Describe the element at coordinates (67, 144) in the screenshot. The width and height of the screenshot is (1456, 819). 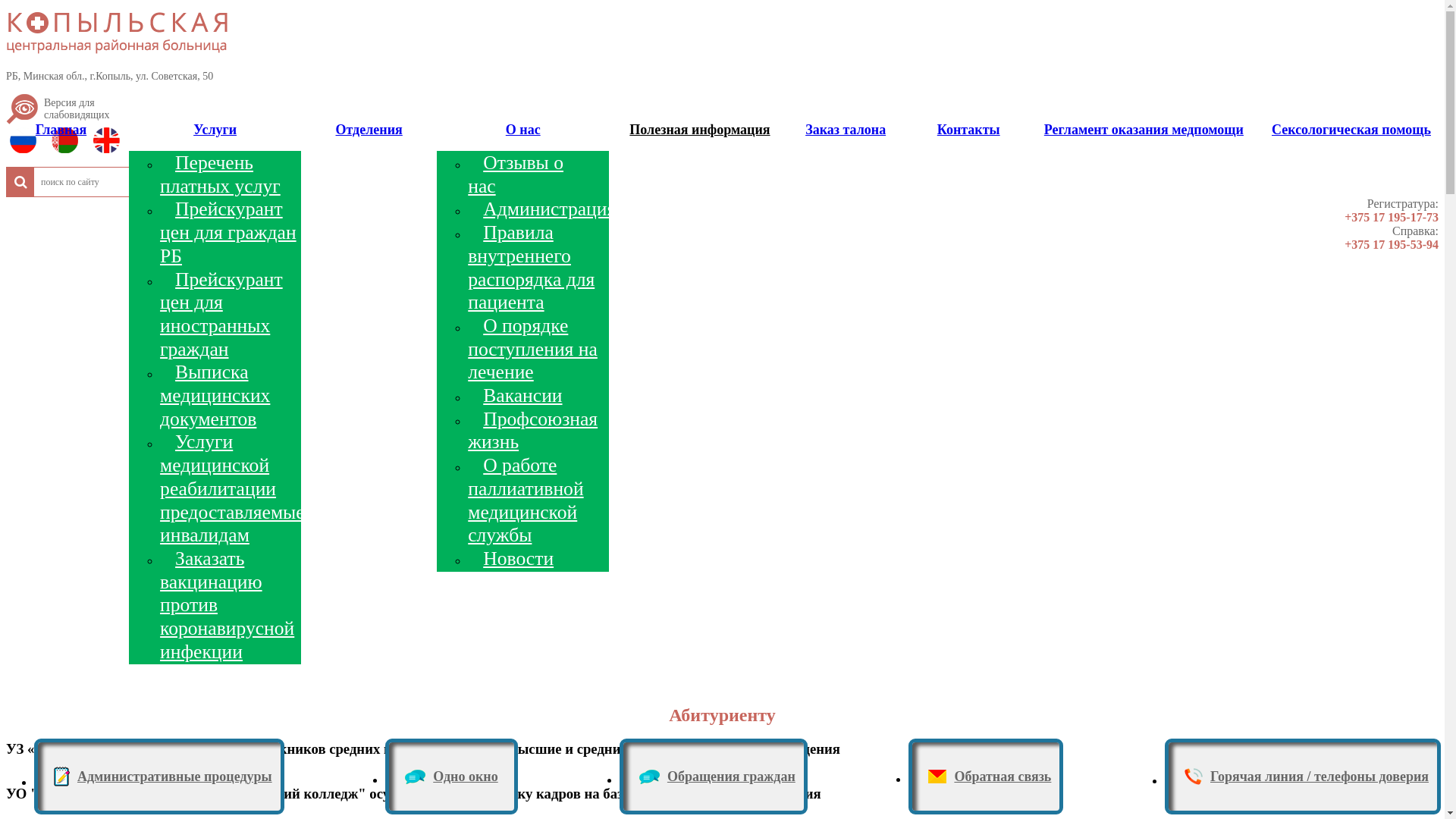
I see `'Belarusian'` at that location.